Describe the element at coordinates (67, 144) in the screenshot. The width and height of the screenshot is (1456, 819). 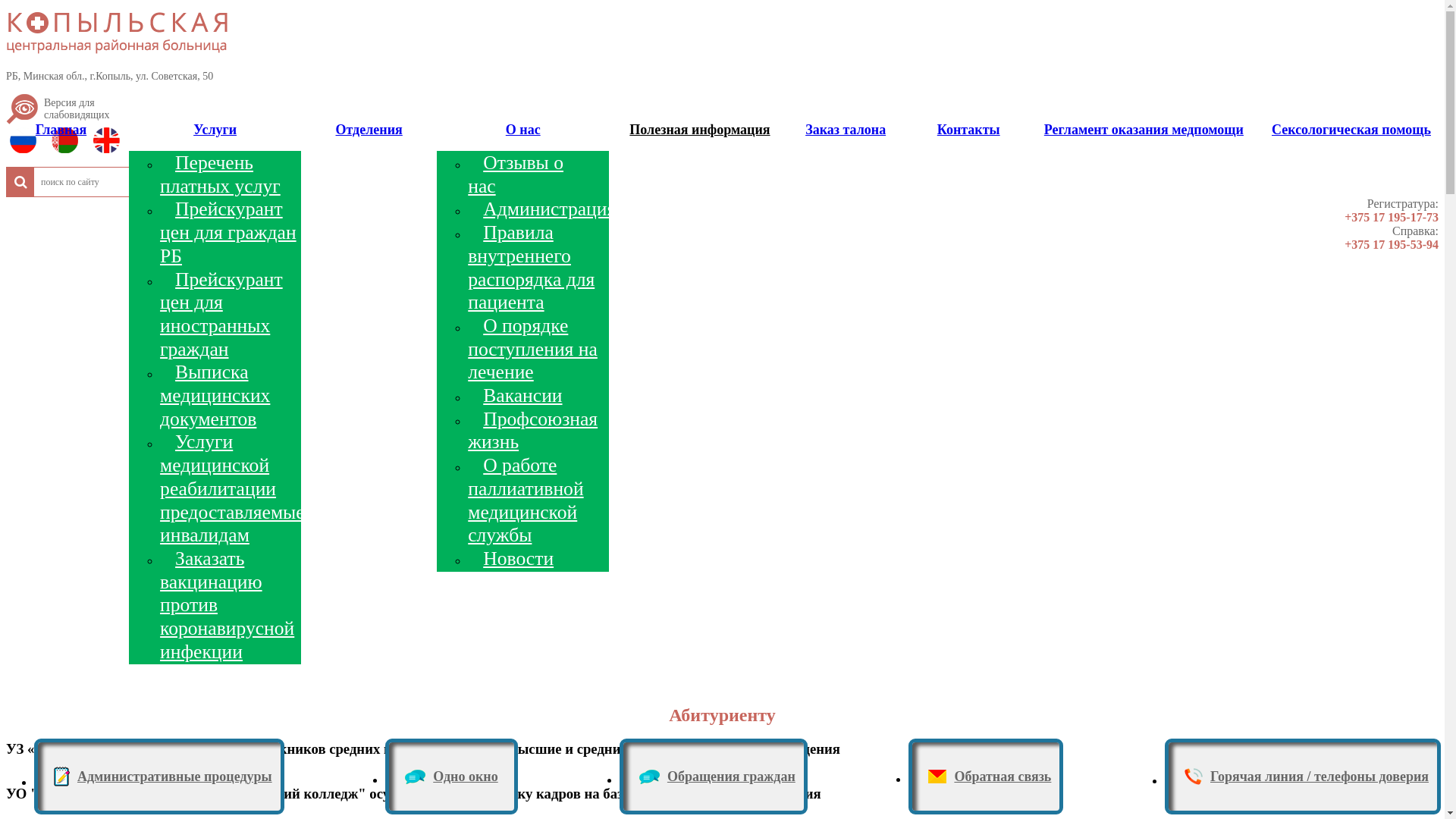
I see `'Belarusian'` at that location.